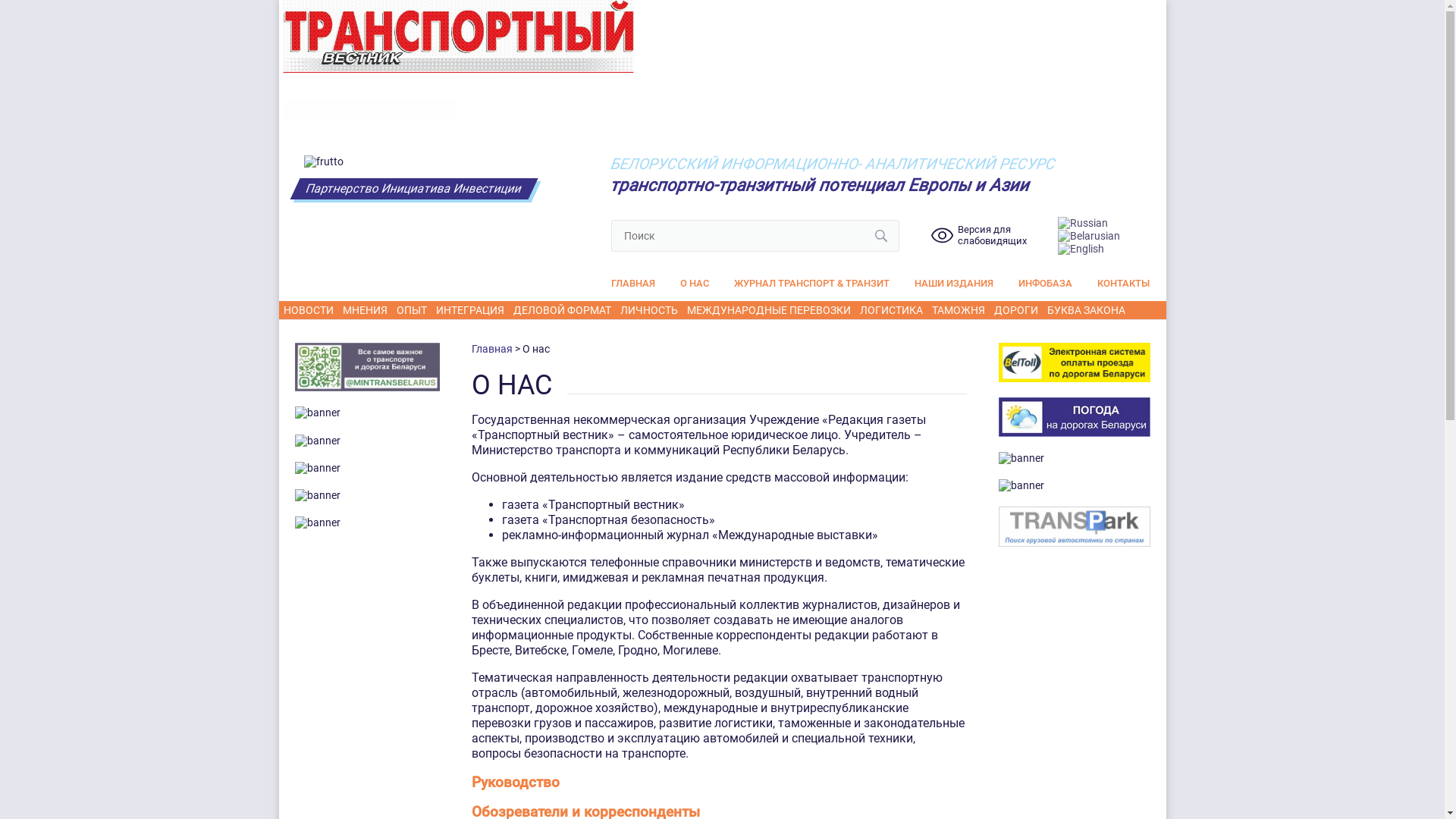 This screenshot has width=1456, height=819. What do you see at coordinates (1087, 234) in the screenshot?
I see `'Belarusian'` at bounding box center [1087, 234].